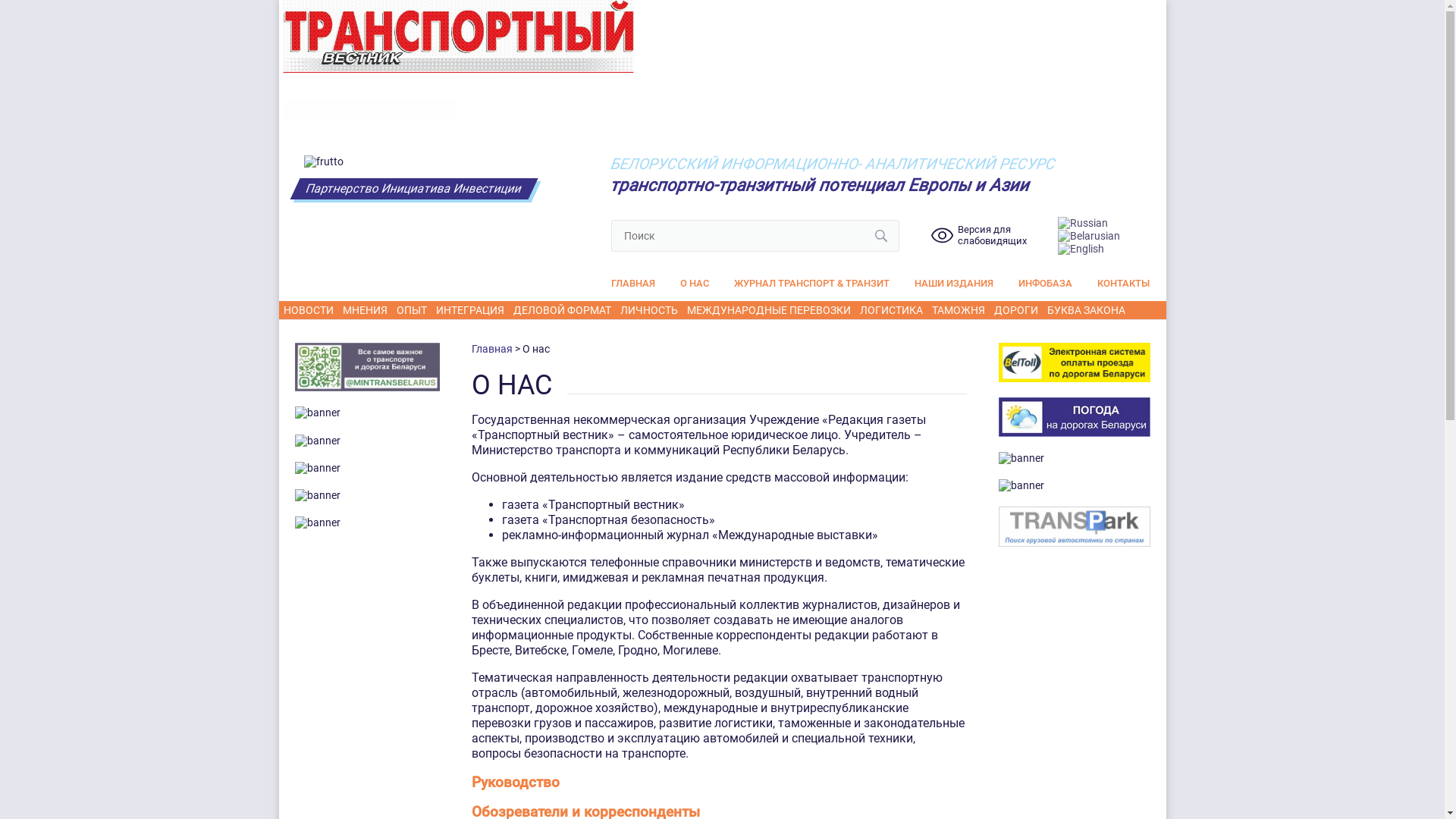 This screenshot has width=1456, height=819. What do you see at coordinates (1087, 234) in the screenshot?
I see `'Belarusian'` at bounding box center [1087, 234].